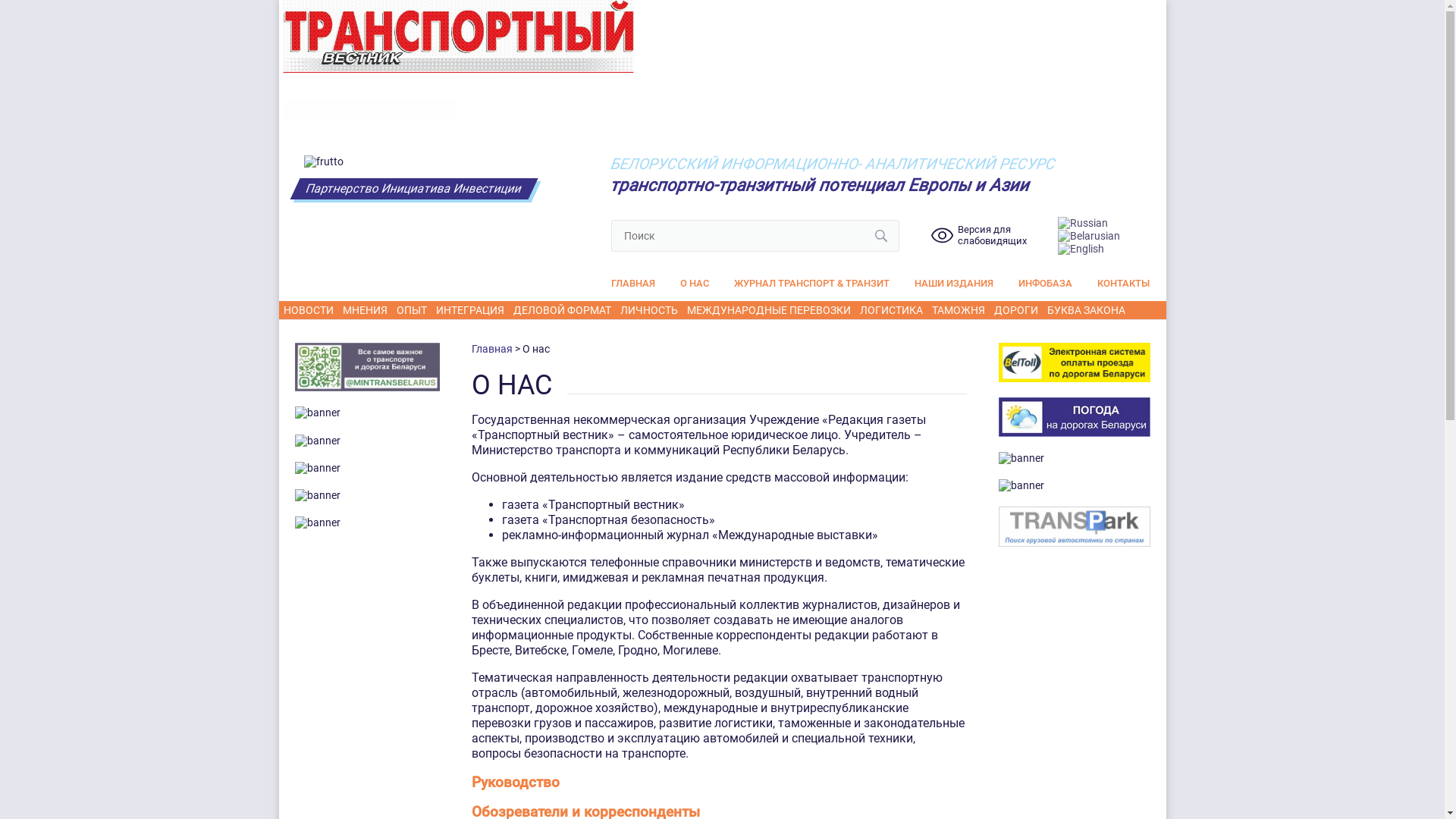 This screenshot has width=1456, height=819. What do you see at coordinates (1087, 234) in the screenshot?
I see `'Belarusian'` at bounding box center [1087, 234].